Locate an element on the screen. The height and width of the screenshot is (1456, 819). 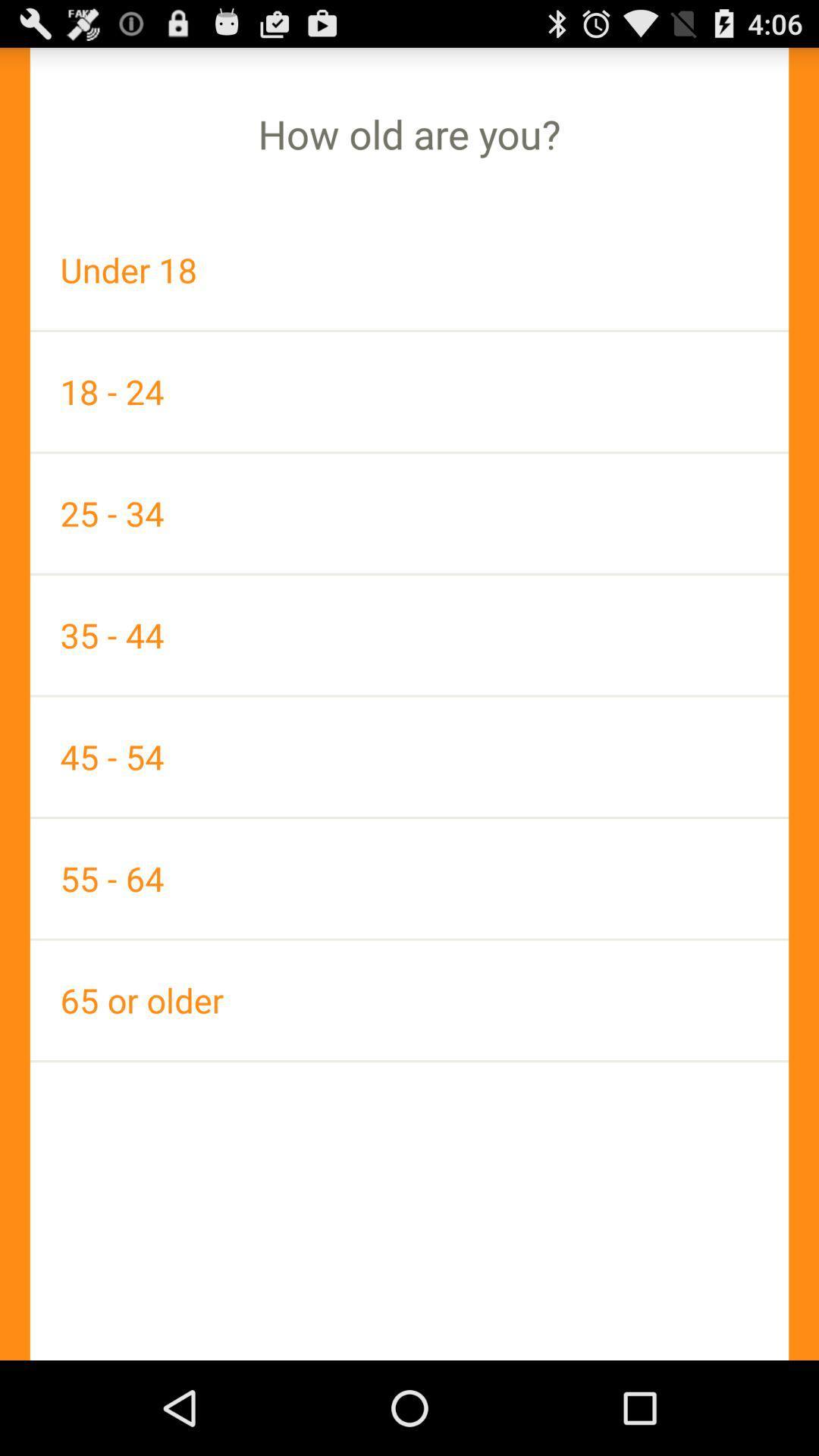
app above the 45 - 54 icon is located at coordinates (409, 635).